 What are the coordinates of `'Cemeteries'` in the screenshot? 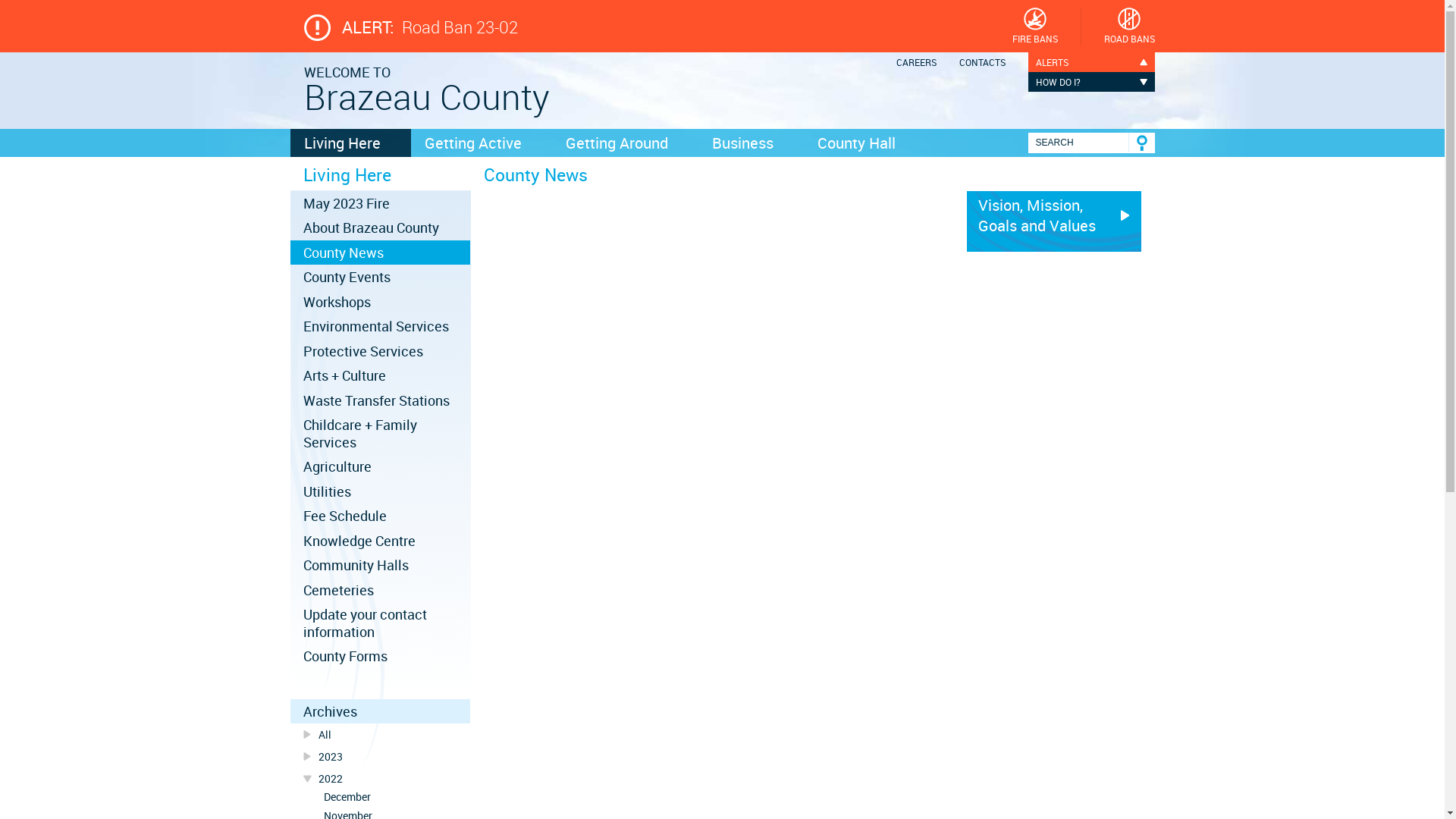 It's located at (290, 589).